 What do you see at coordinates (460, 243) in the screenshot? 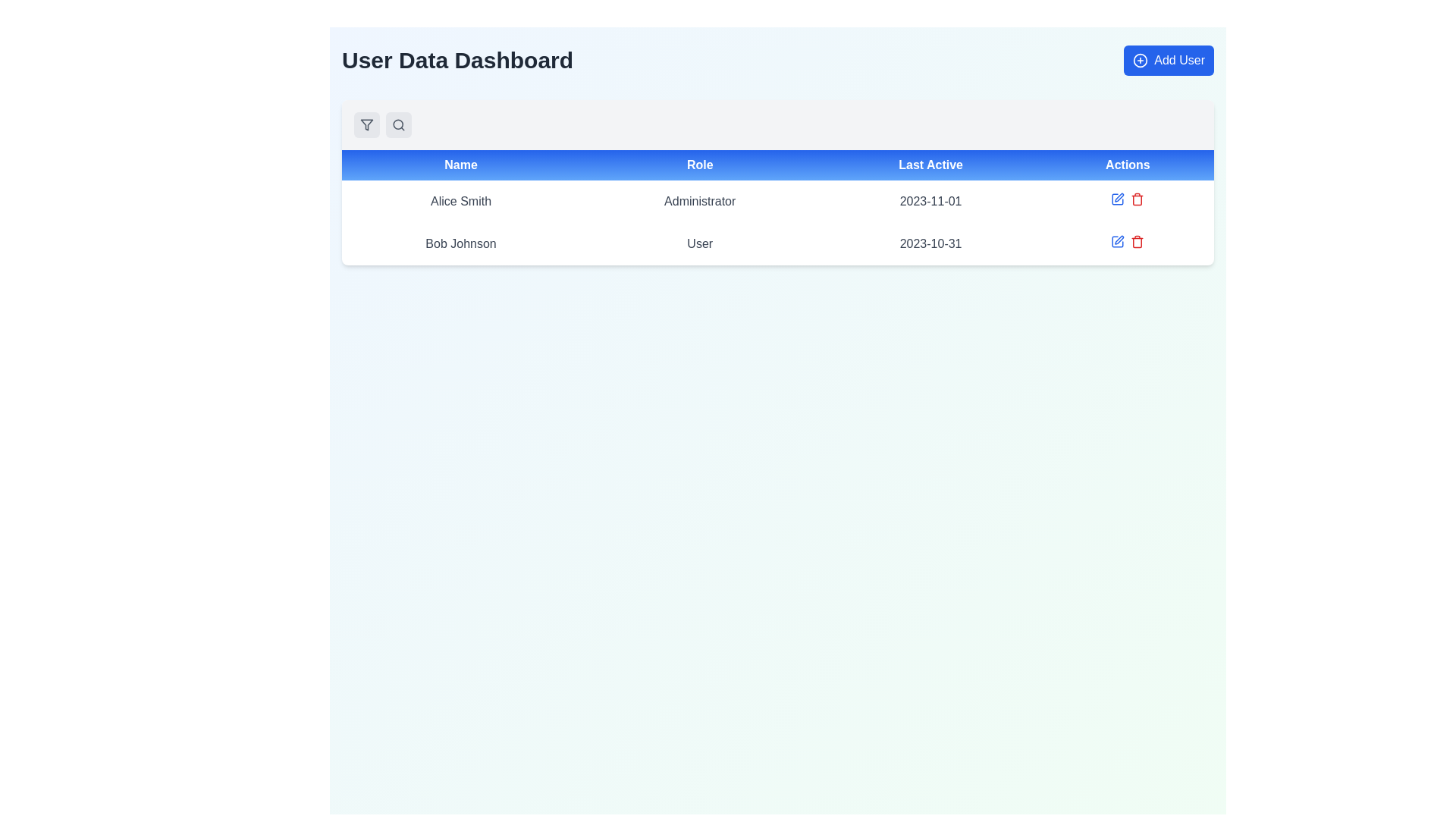
I see `the text label displaying 'Bob Johnson' located in the second row of the table under the 'Name' column` at bounding box center [460, 243].